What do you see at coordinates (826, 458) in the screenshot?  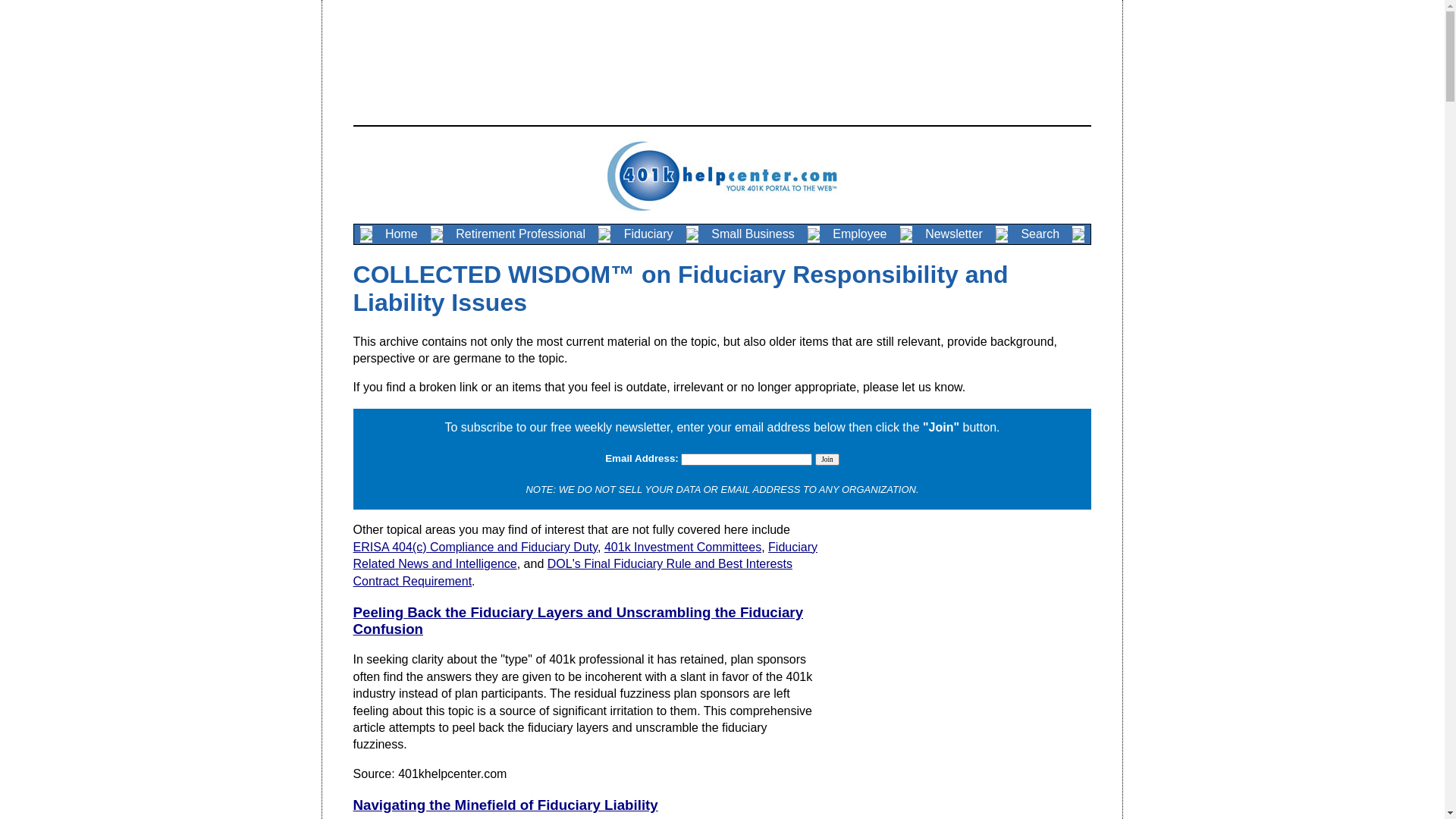 I see `'Join'` at bounding box center [826, 458].